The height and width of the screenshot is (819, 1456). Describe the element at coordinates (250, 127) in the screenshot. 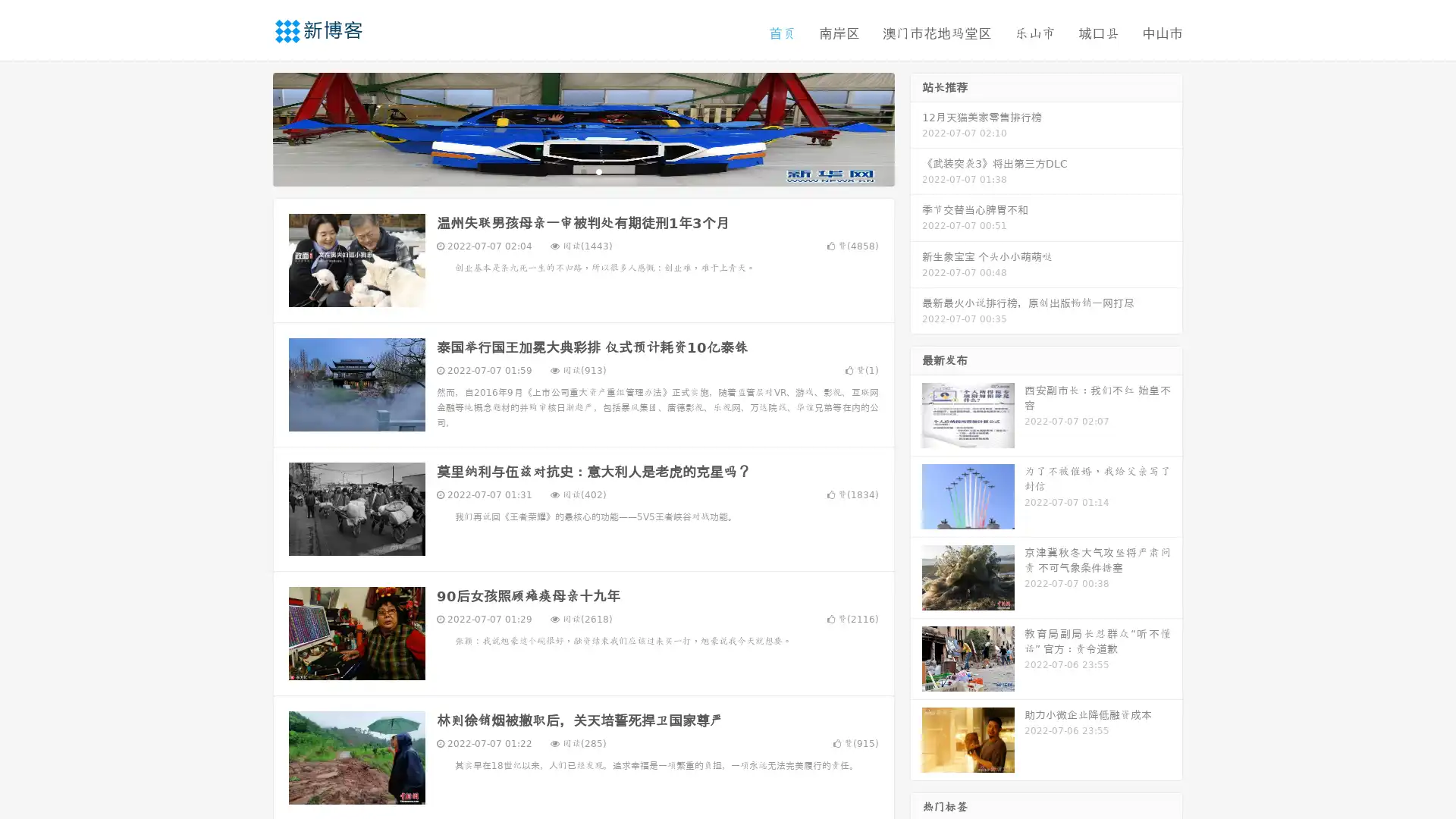

I see `Previous slide` at that location.